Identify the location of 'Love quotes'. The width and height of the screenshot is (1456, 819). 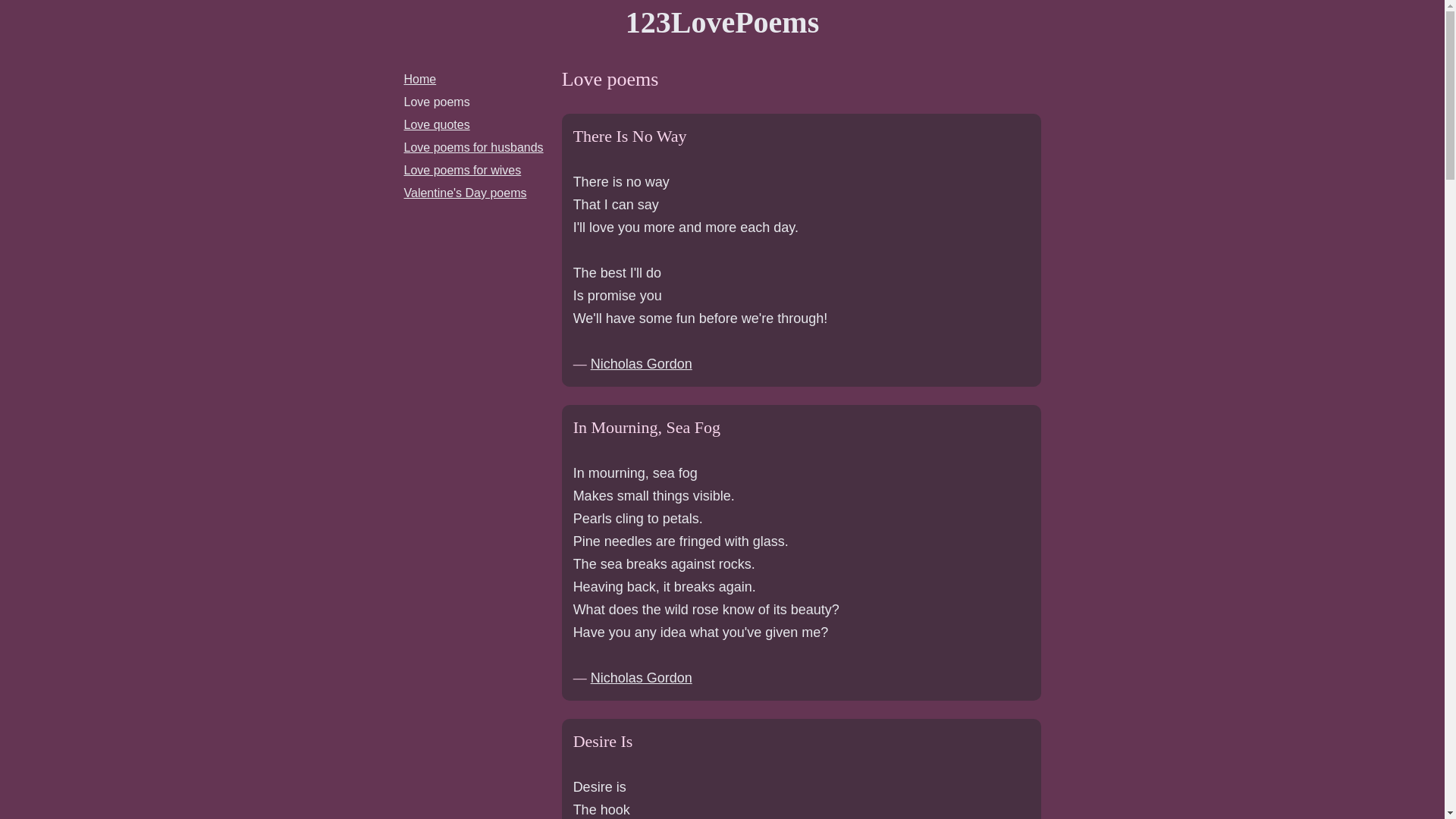
(403, 124).